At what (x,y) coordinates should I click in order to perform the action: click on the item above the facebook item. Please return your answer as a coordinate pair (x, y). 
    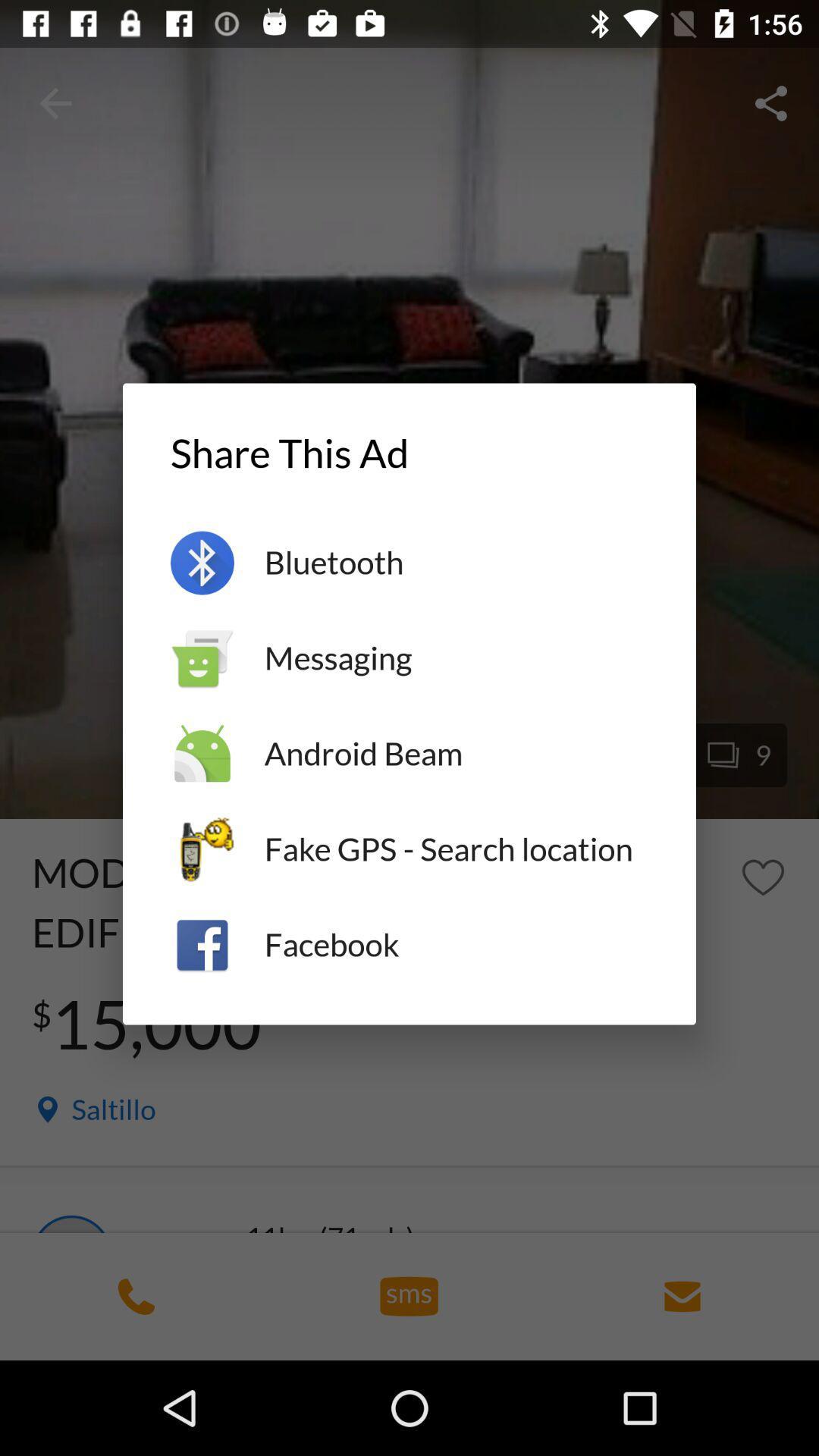
    Looking at the image, I should click on (455, 849).